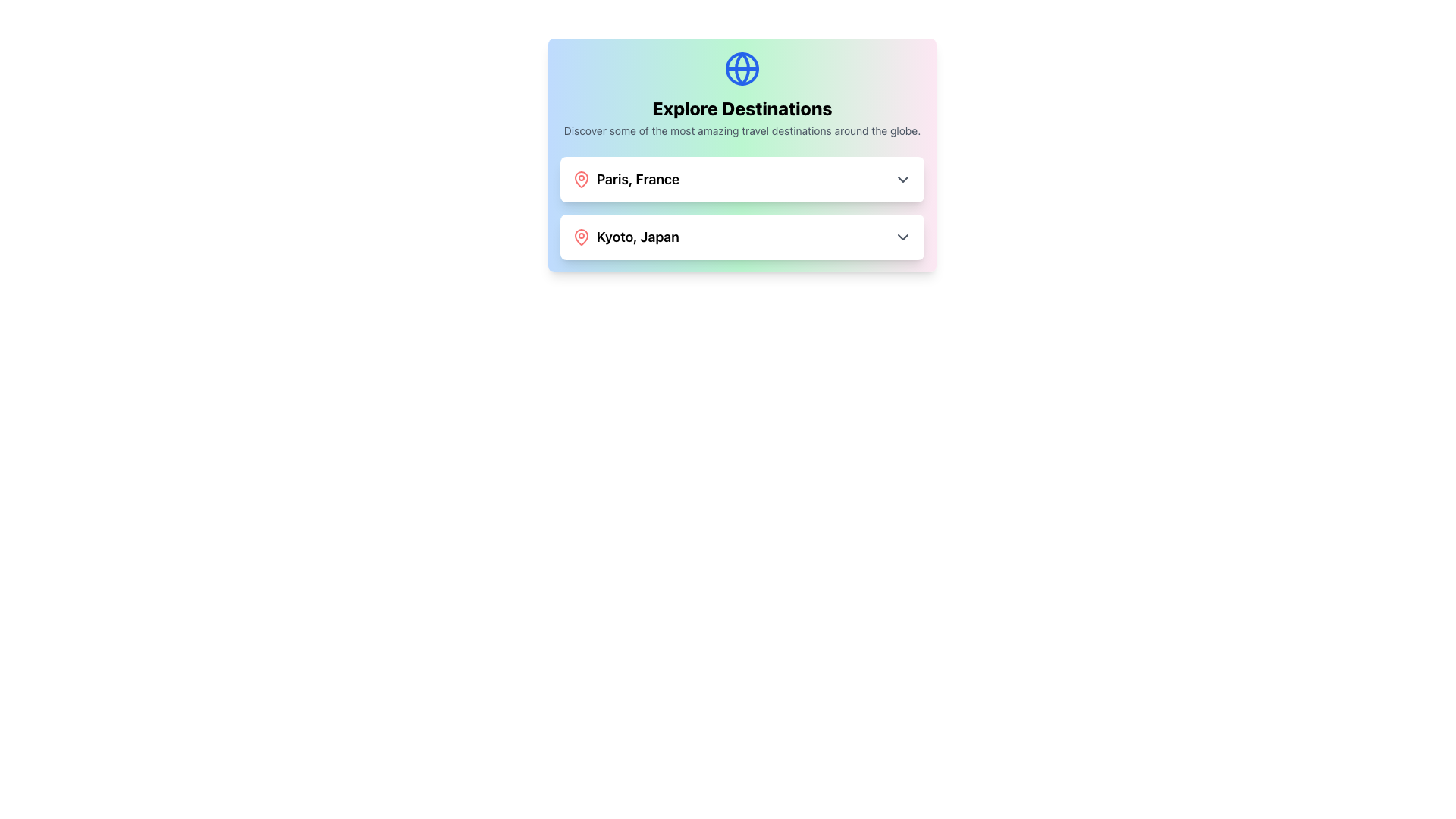 The width and height of the screenshot is (1456, 819). What do you see at coordinates (902, 237) in the screenshot?
I see `the downward-facing chevron icon located on the far right side of the 'Kyoto, Japan' selection row` at bounding box center [902, 237].